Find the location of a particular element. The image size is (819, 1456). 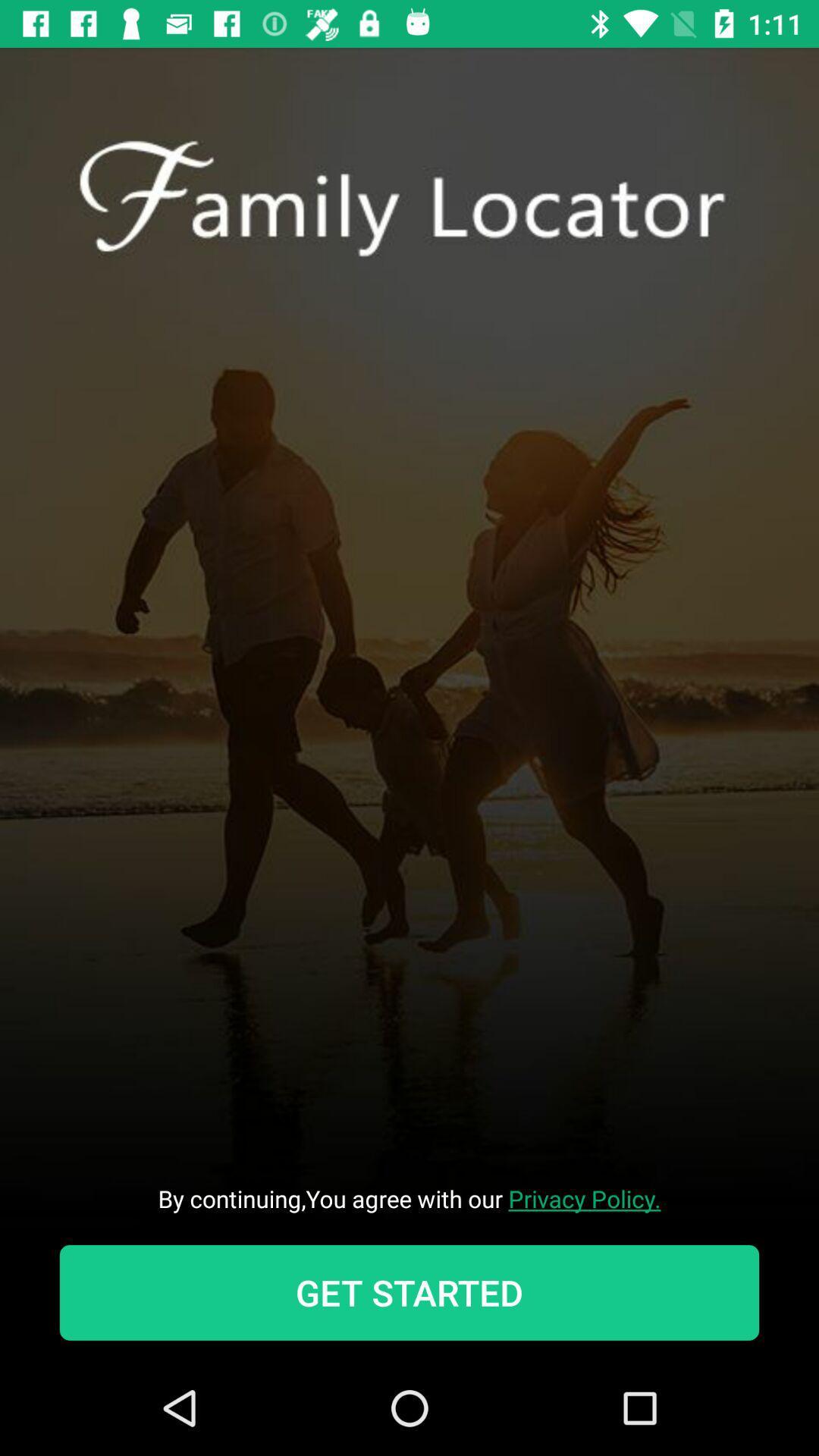

get started item is located at coordinates (409, 1291).